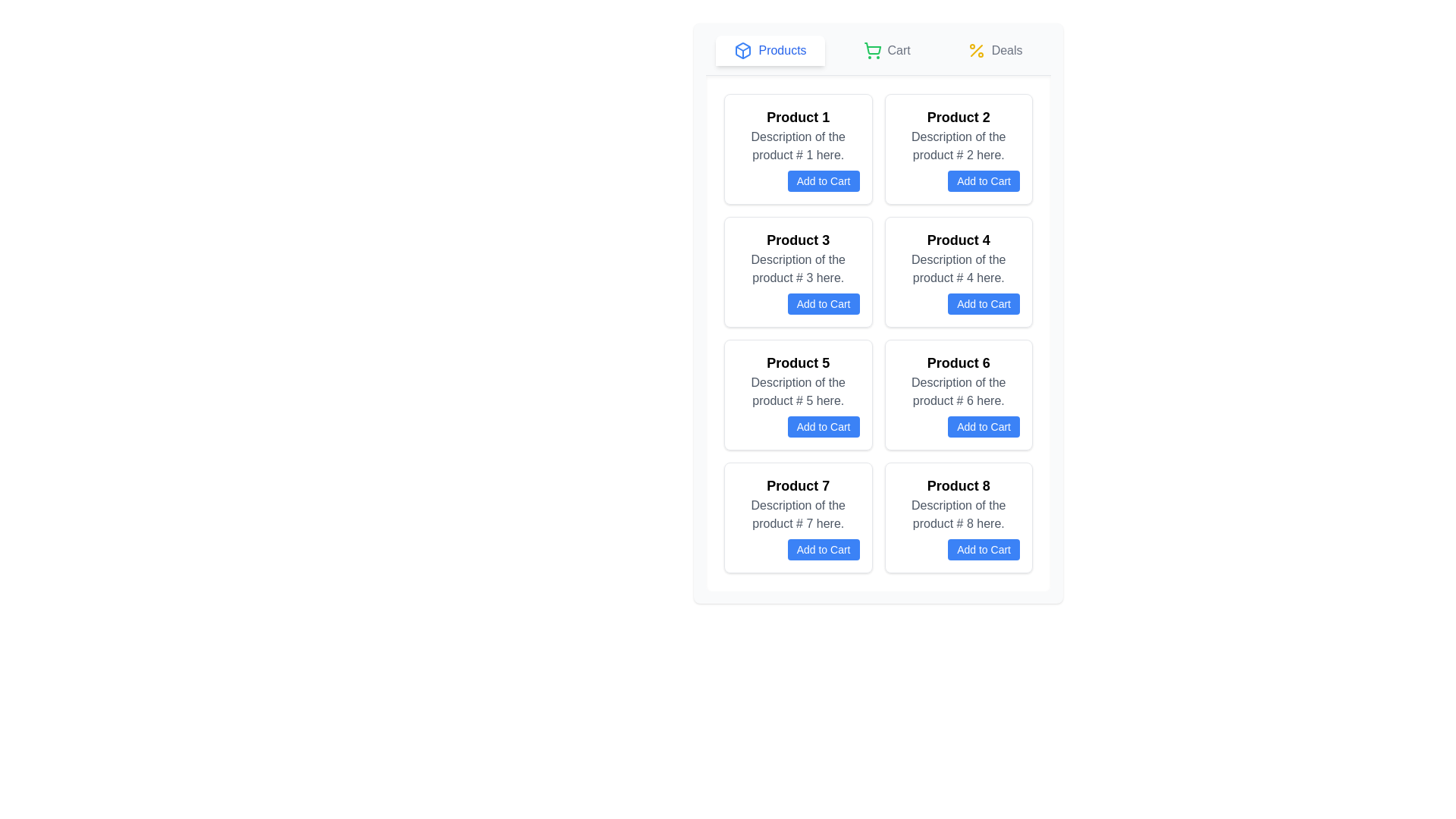 The width and height of the screenshot is (1456, 819). Describe the element at coordinates (797, 268) in the screenshot. I see `static text element displaying the phrase 'Description of the product # 3 here.' which is located below the 'Product 3' heading and above the 'Add to Cart' button in the product card` at that location.